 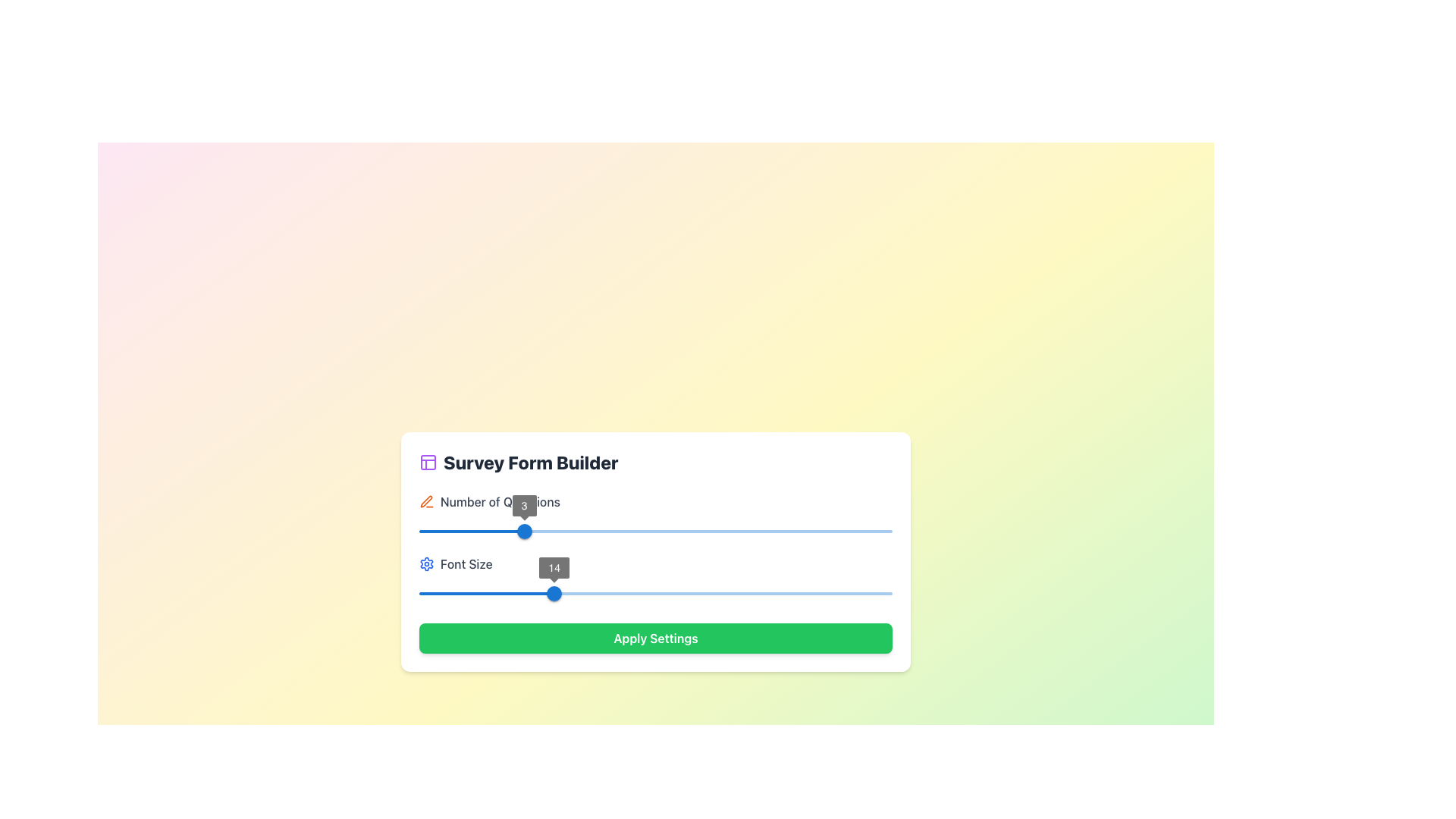 I want to click on the slider value, so click(x=542, y=593).